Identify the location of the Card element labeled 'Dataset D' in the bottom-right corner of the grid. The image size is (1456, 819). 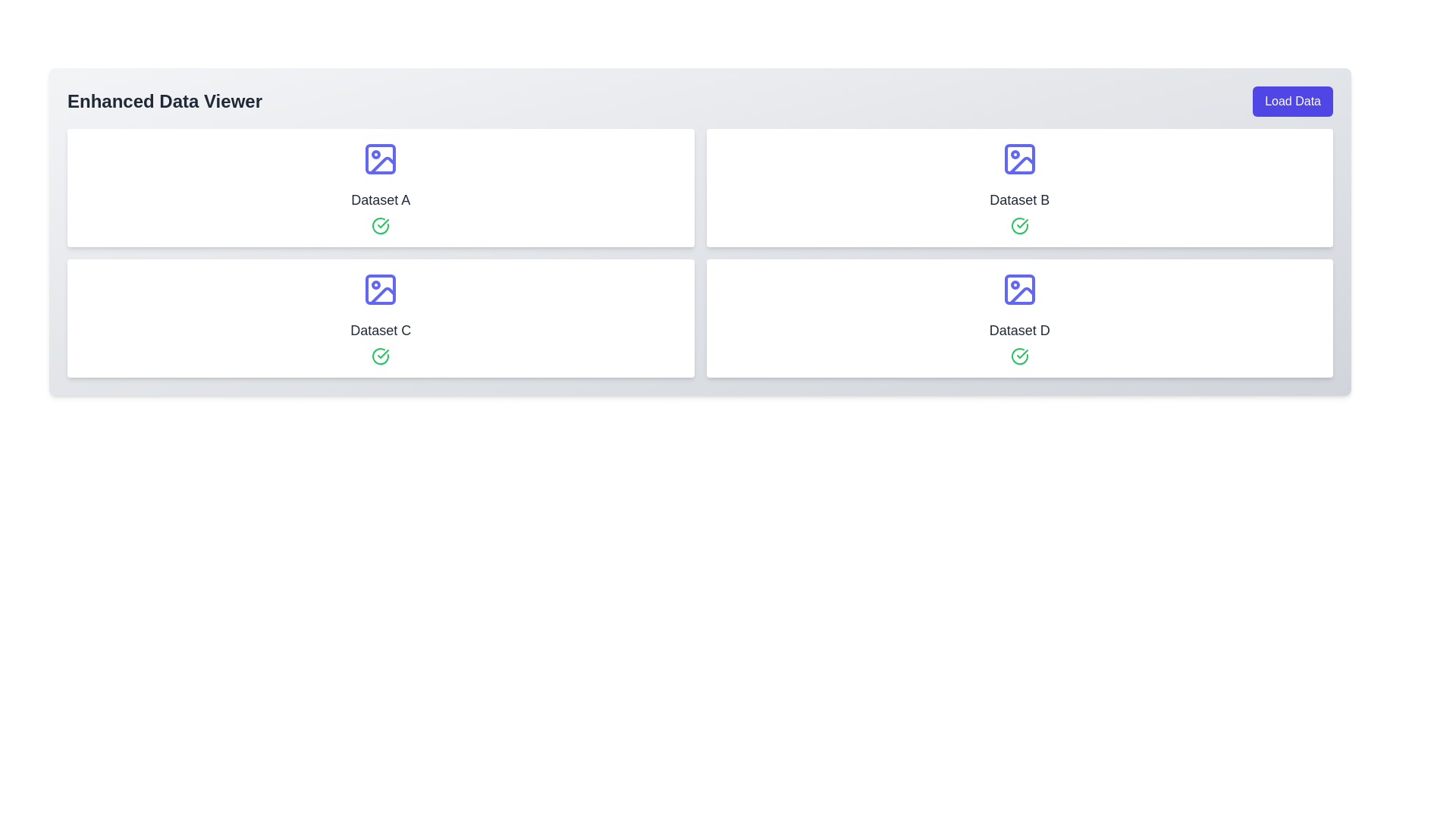
(1019, 318).